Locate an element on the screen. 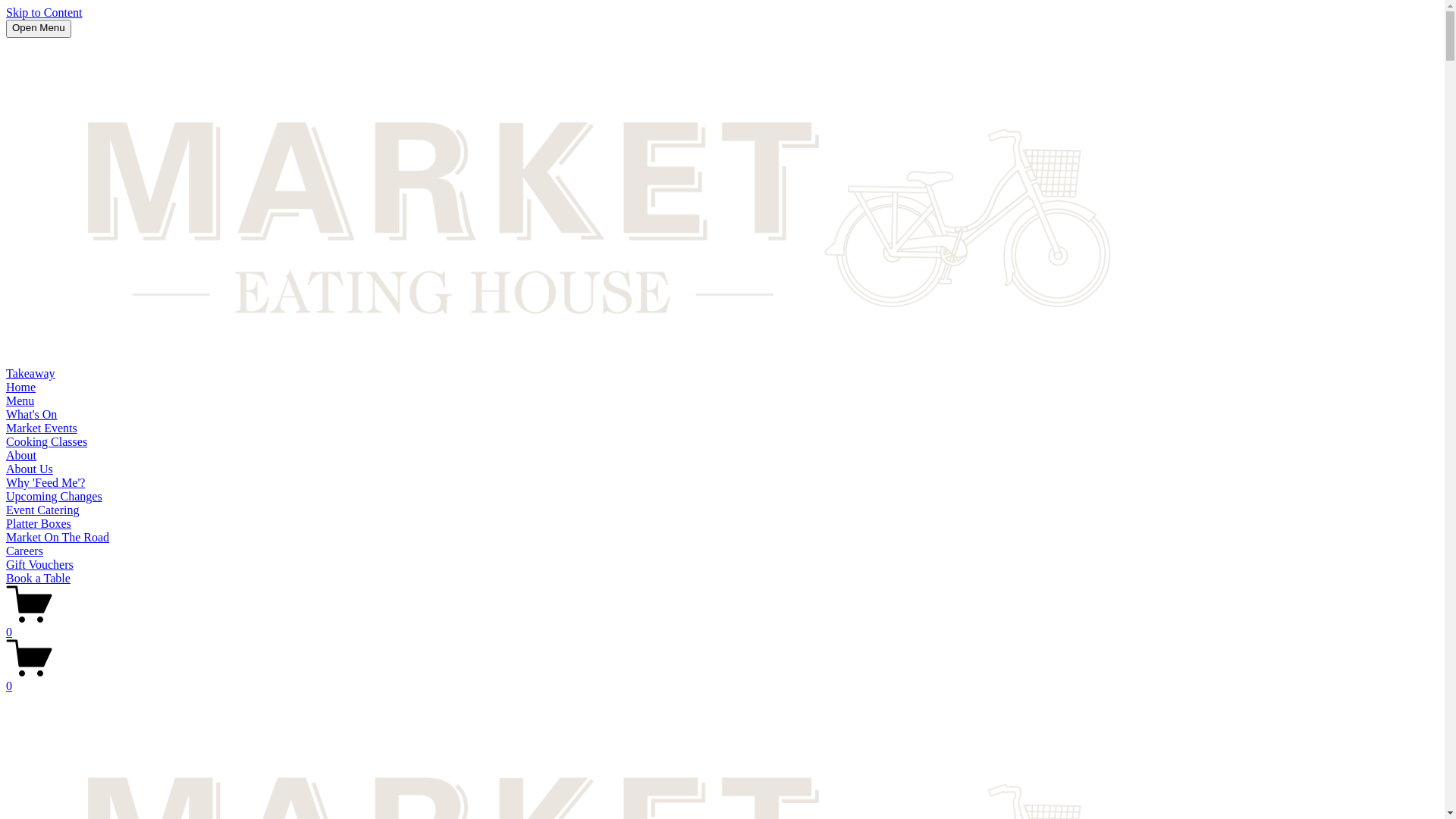 The width and height of the screenshot is (1456, 819). '0' is located at coordinates (6, 678).